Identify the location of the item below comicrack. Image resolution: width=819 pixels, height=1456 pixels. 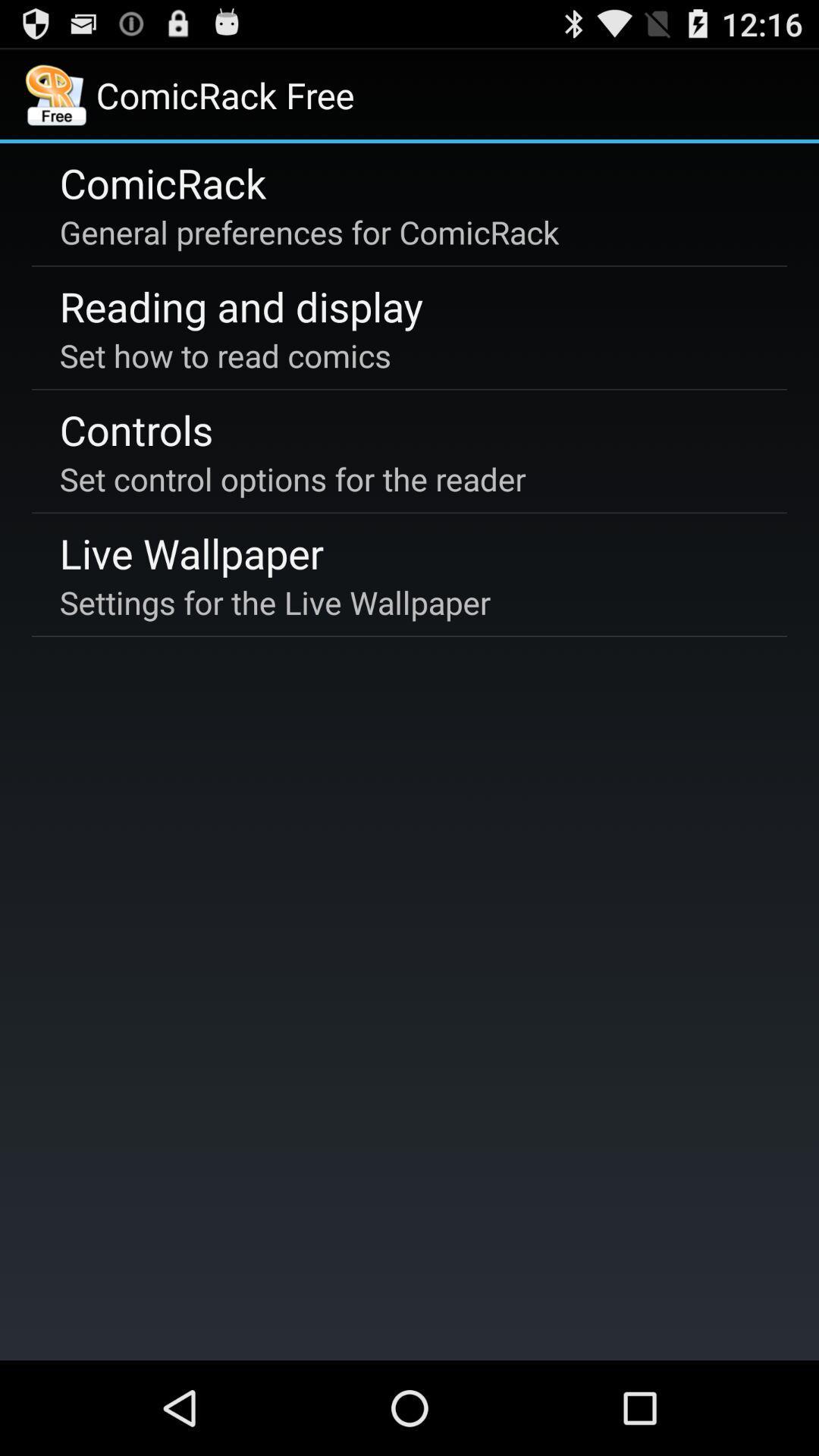
(309, 231).